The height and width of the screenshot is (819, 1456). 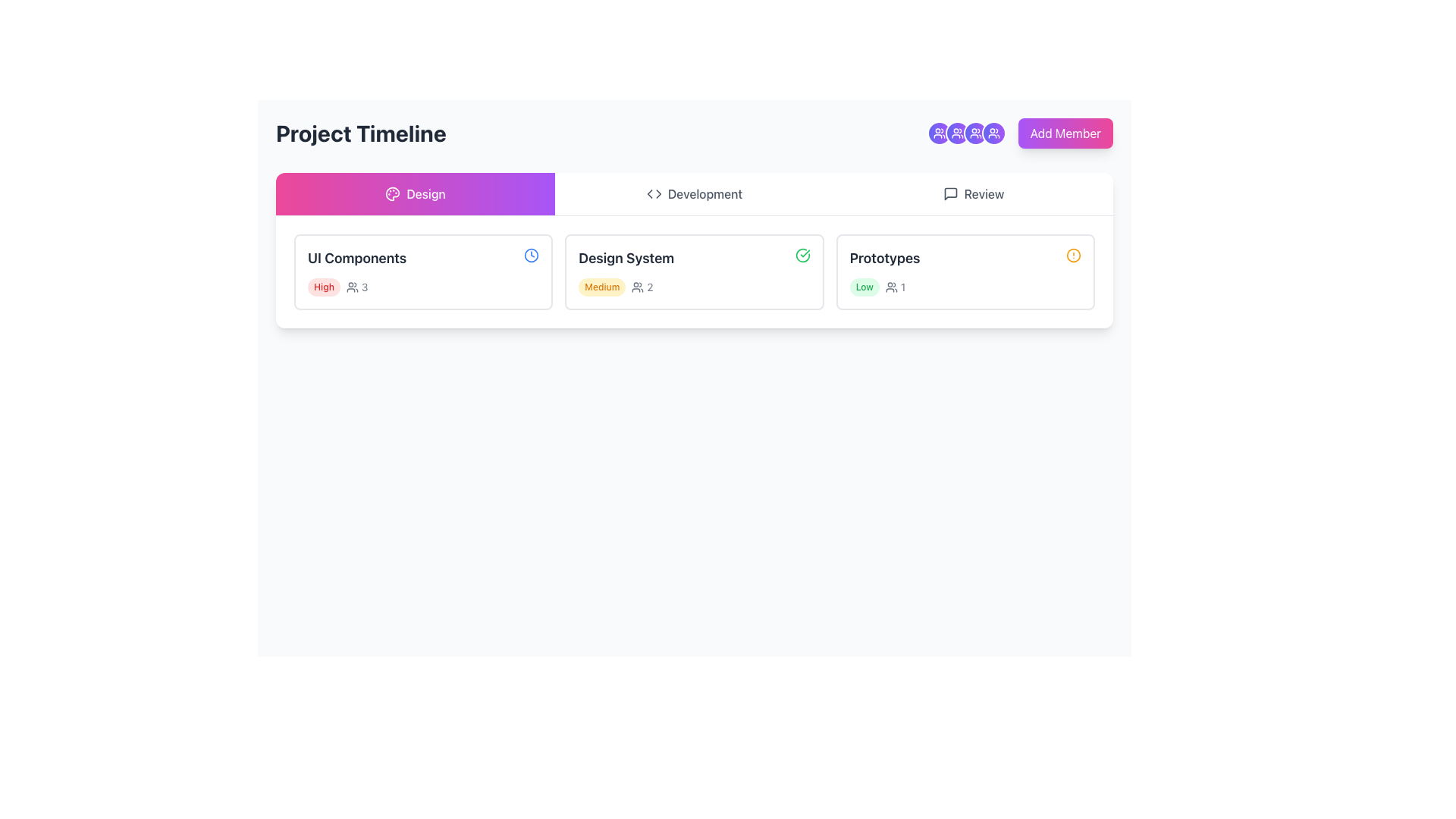 What do you see at coordinates (885, 257) in the screenshot?
I see `text label 'Prototypes' located in the last card of the task cards under the 'Design' phase of the project timeline, positioned to the right of the 'Design System' card` at bounding box center [885, 257].